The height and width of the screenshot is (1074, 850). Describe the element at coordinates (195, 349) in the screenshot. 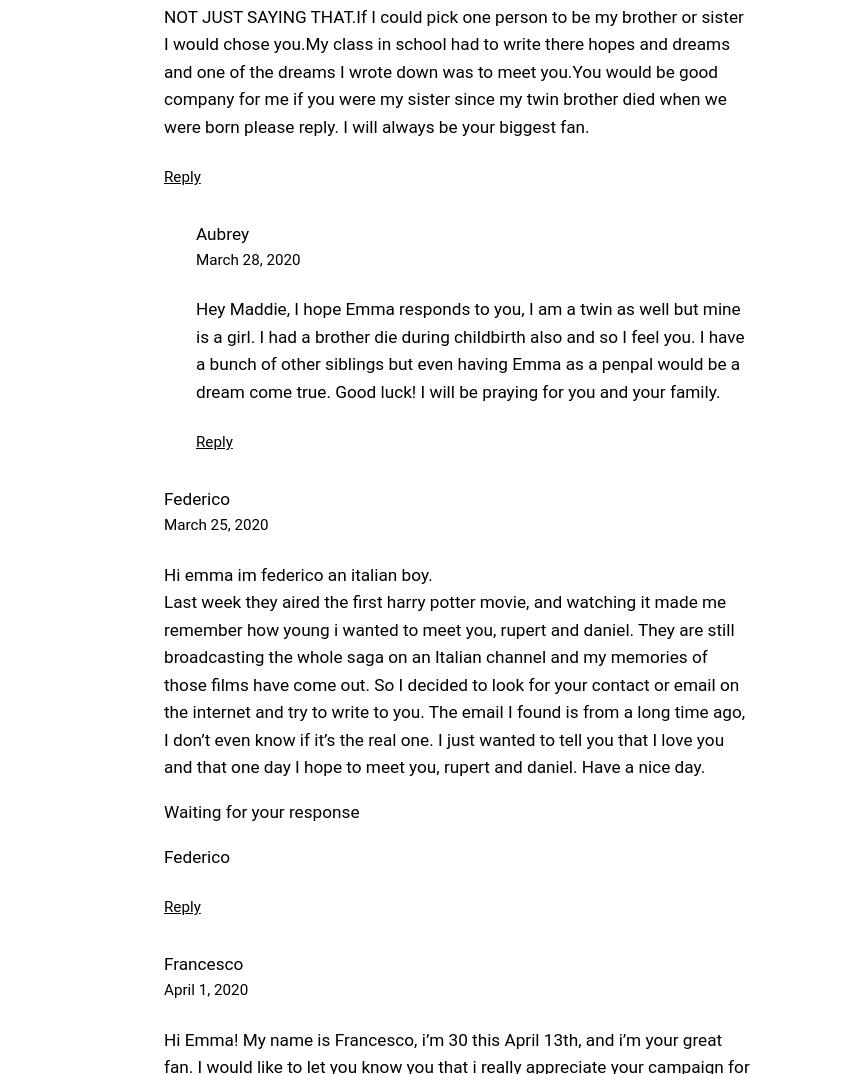

I see `'Hey Maddie, I hope Emma responds to you, I am a twin as well but mine is a girl. I had a brother die during childbirth also and so I feel you. I have a bunch of other siblings but even having Emma as a penpal would be a dream come true. Good luck! I will be praying for you and your family.'` at that location.